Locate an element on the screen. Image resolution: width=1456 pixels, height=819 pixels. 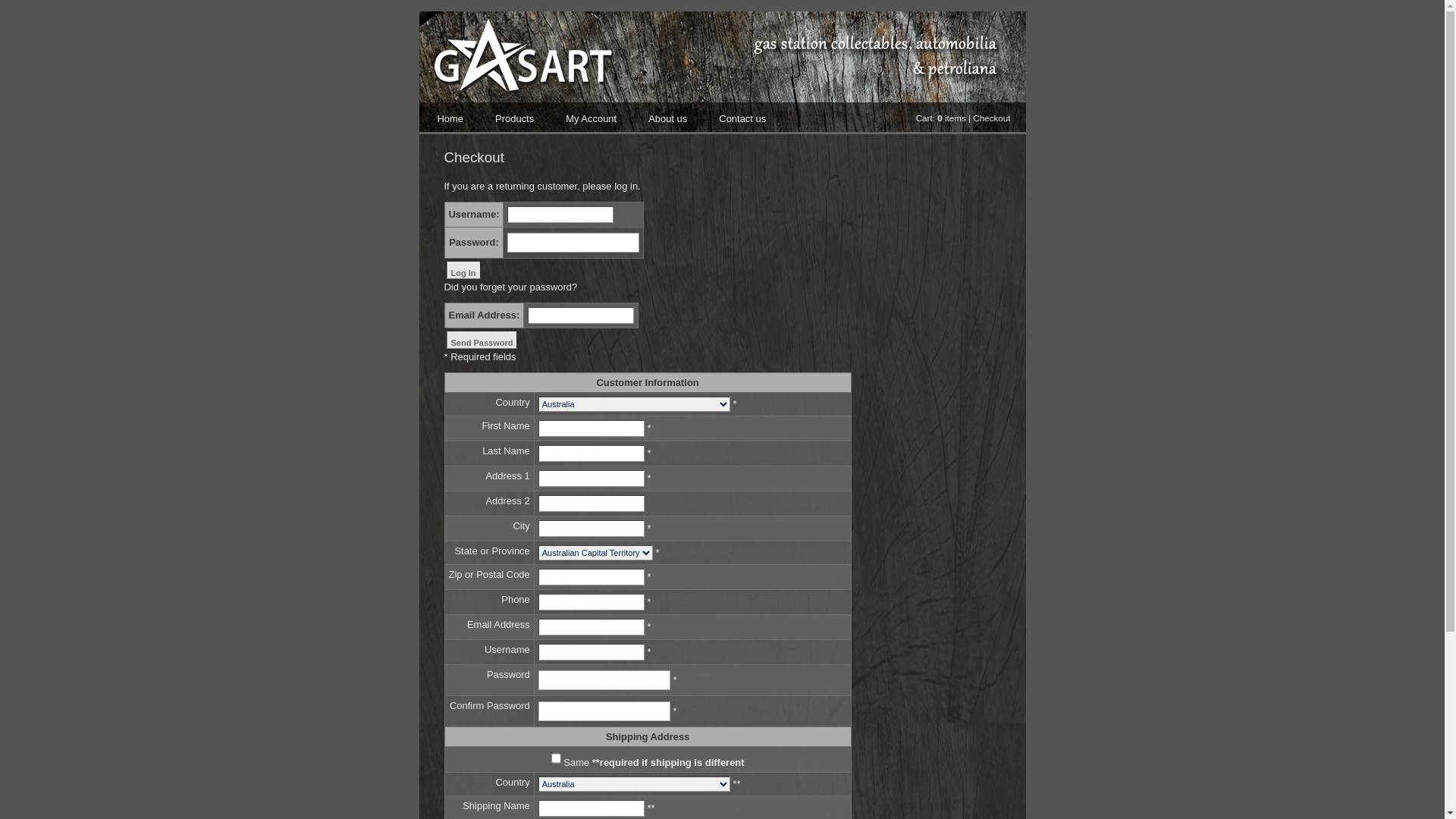
'About us' is located at coordinates (667, 118).